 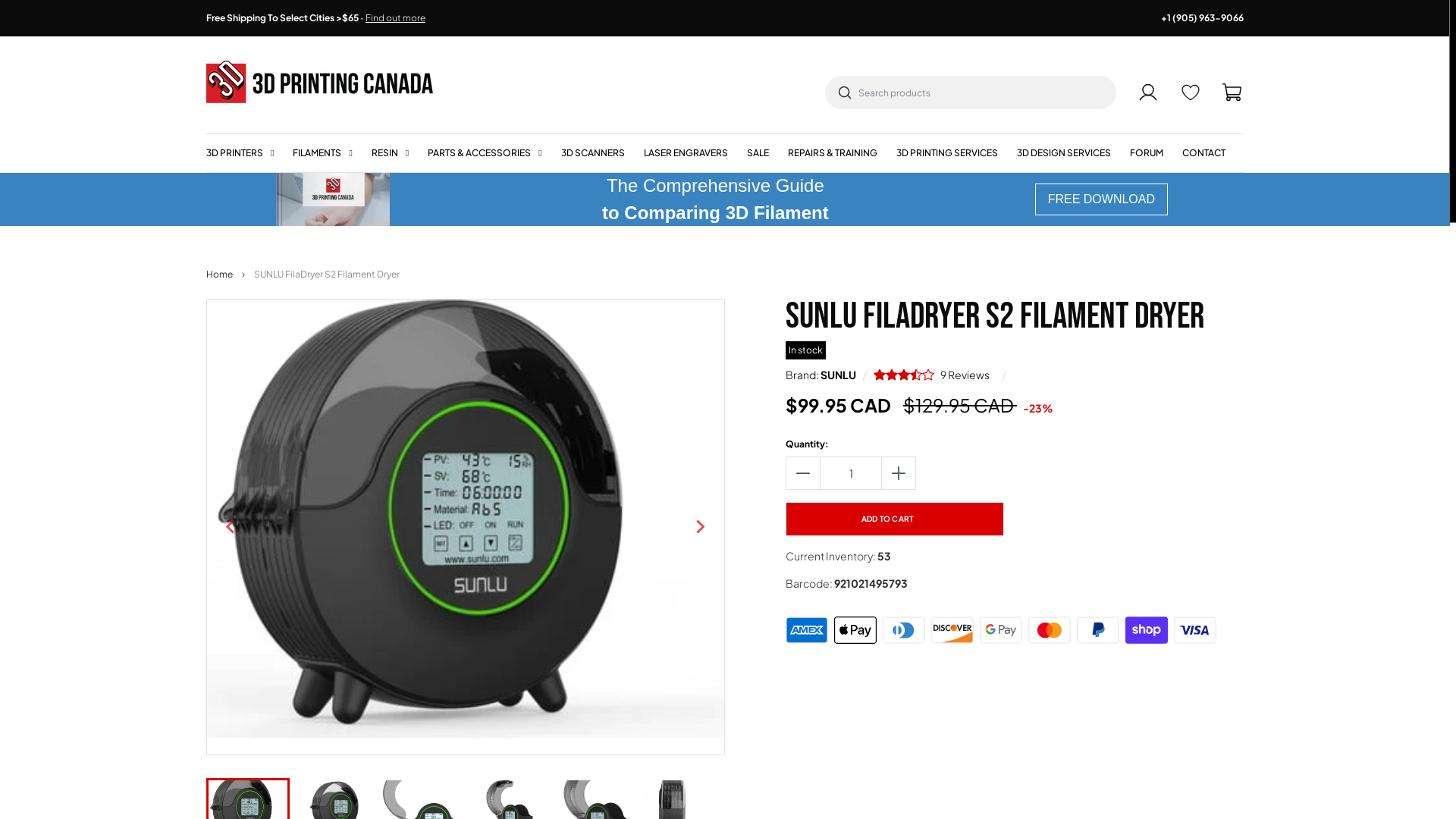 I want to click on 'REPAIRS & TRAINING', so click(x=832, y=152).